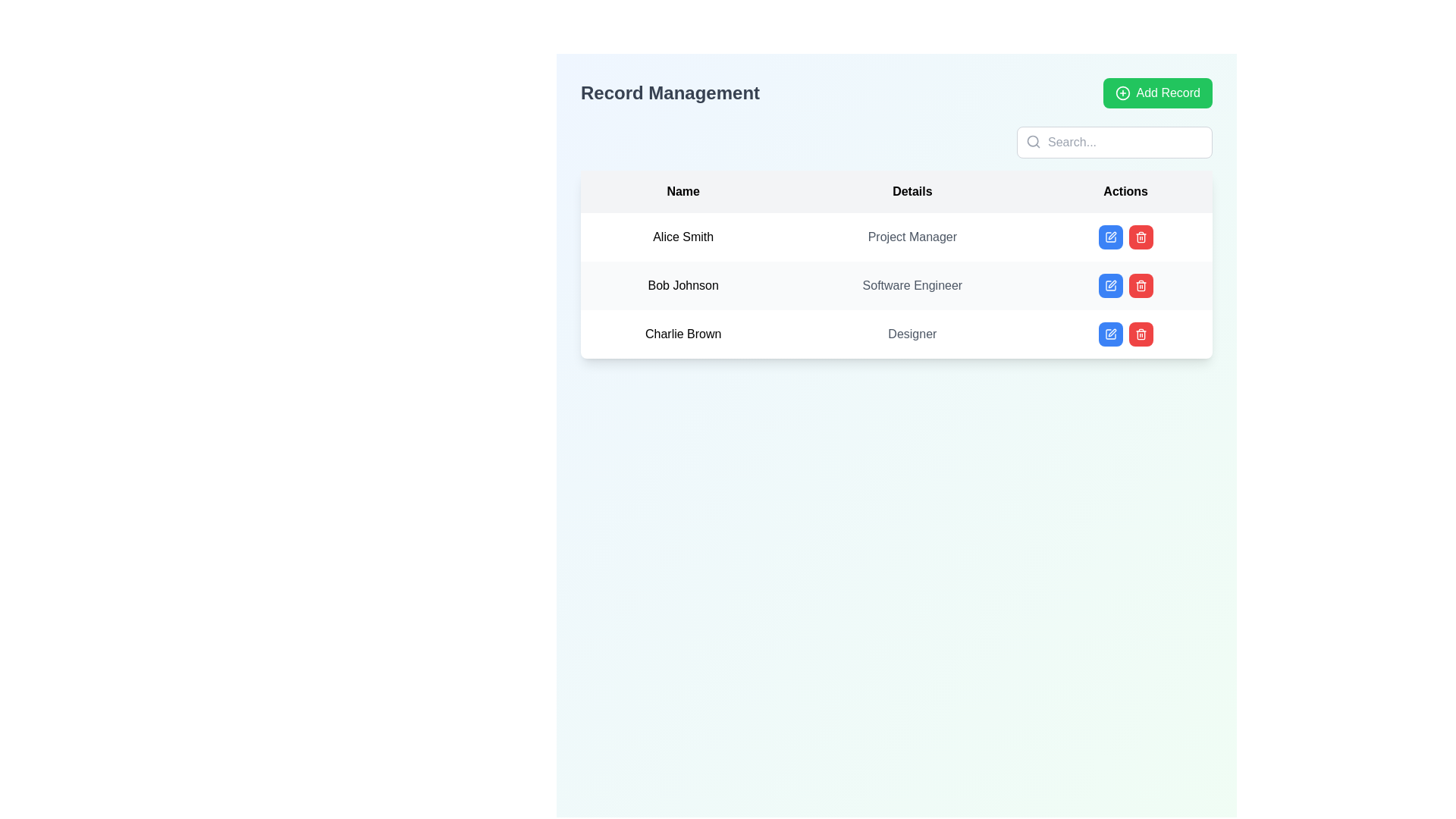 The image size is (1456, 819). I want to click on the buttons in the 'Actions' column for 'Alice Smith', so click(1125, 237).